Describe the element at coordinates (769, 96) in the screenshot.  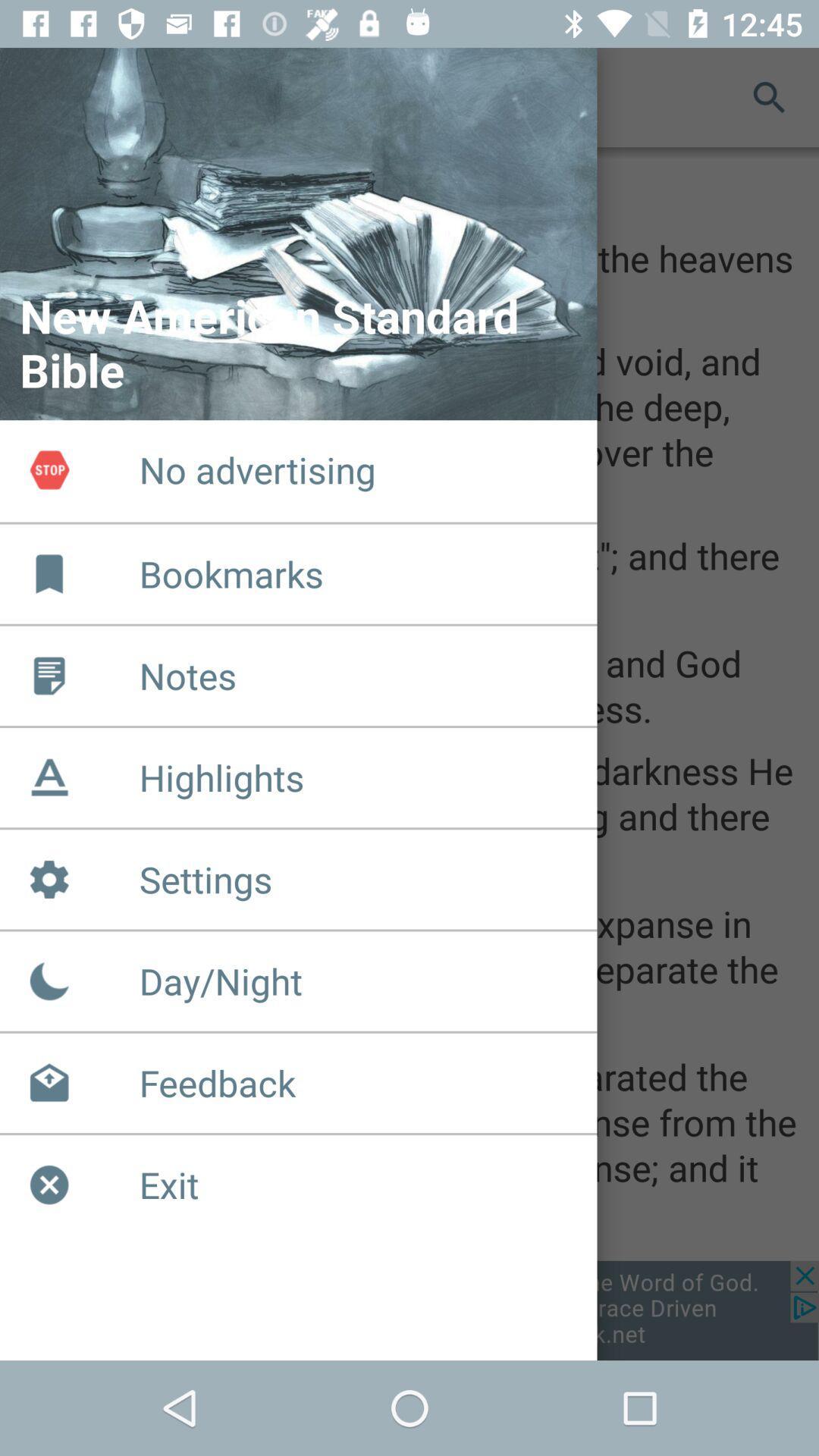
I see `the search icon` at that location.